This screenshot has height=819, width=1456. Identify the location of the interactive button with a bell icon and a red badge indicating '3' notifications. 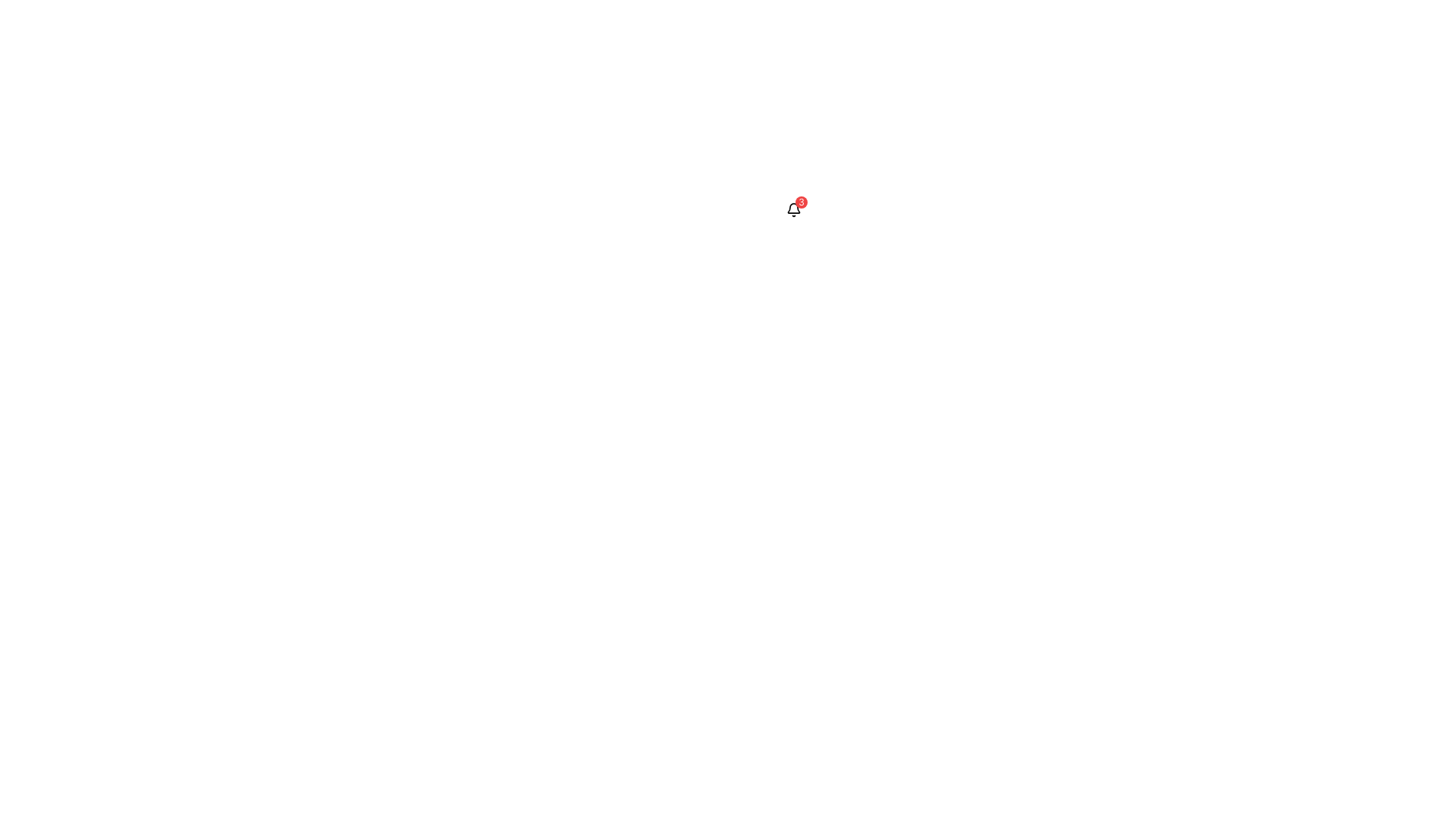
(792, 210).